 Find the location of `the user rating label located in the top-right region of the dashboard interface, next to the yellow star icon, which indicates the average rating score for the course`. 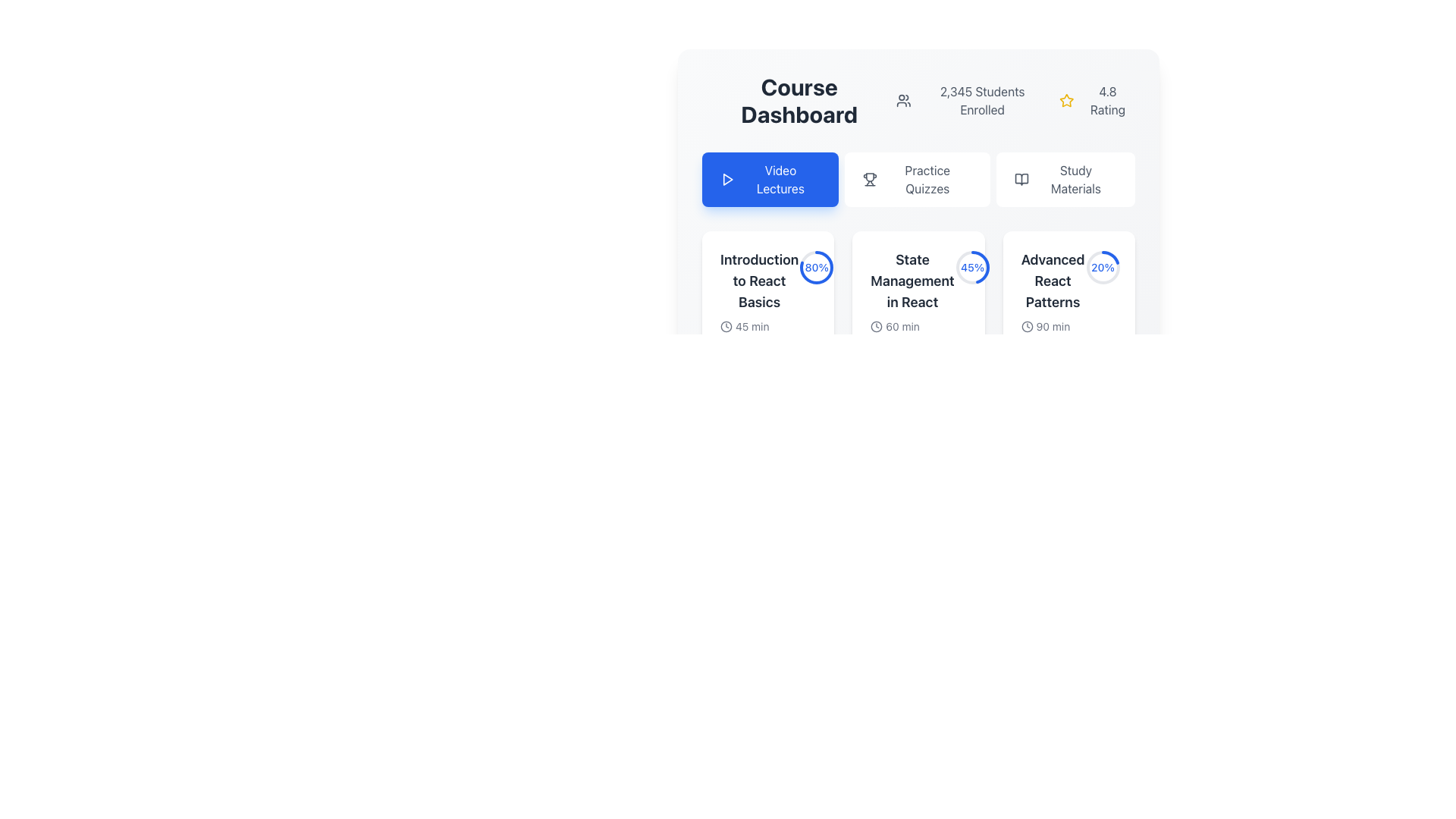

the user rating label located in the top-right region of the dashboard interface, next to the yellow star icon, which indicates the average rating score for the course is located at coordinates (1107, 100).